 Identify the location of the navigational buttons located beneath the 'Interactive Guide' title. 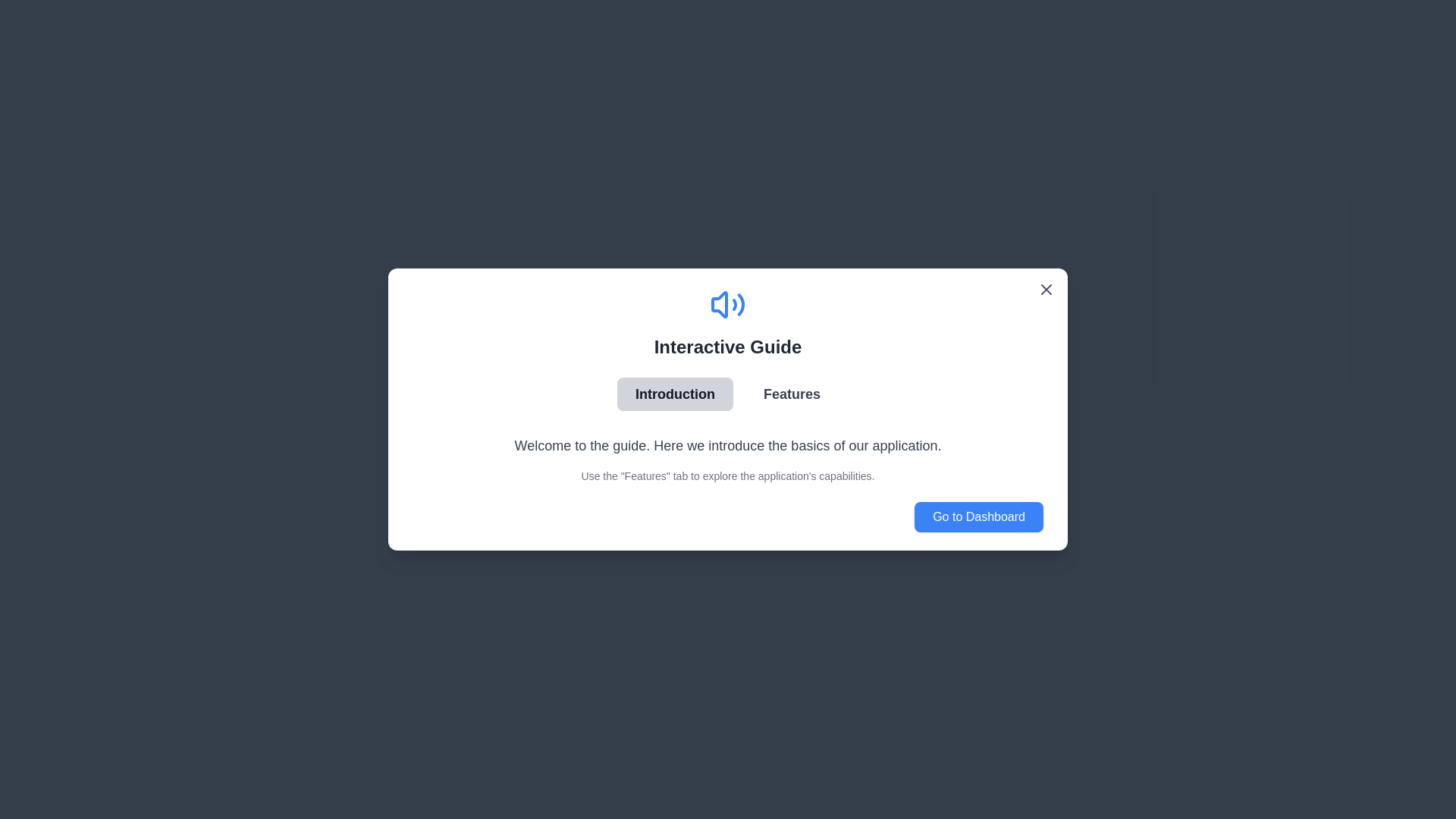
(728, 394).